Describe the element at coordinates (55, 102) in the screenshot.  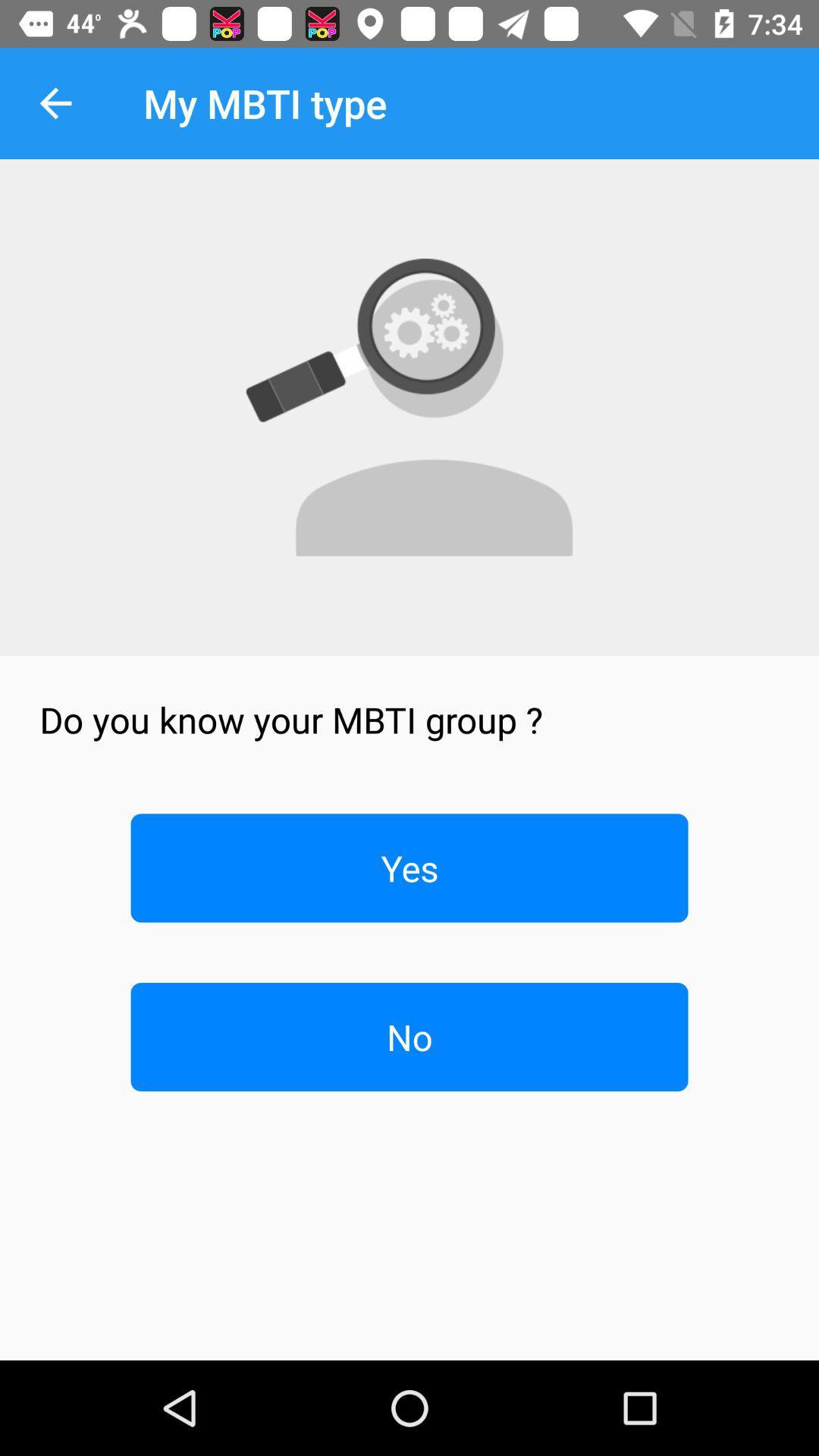
I see `the item to the left of my mbti type item` at that location.